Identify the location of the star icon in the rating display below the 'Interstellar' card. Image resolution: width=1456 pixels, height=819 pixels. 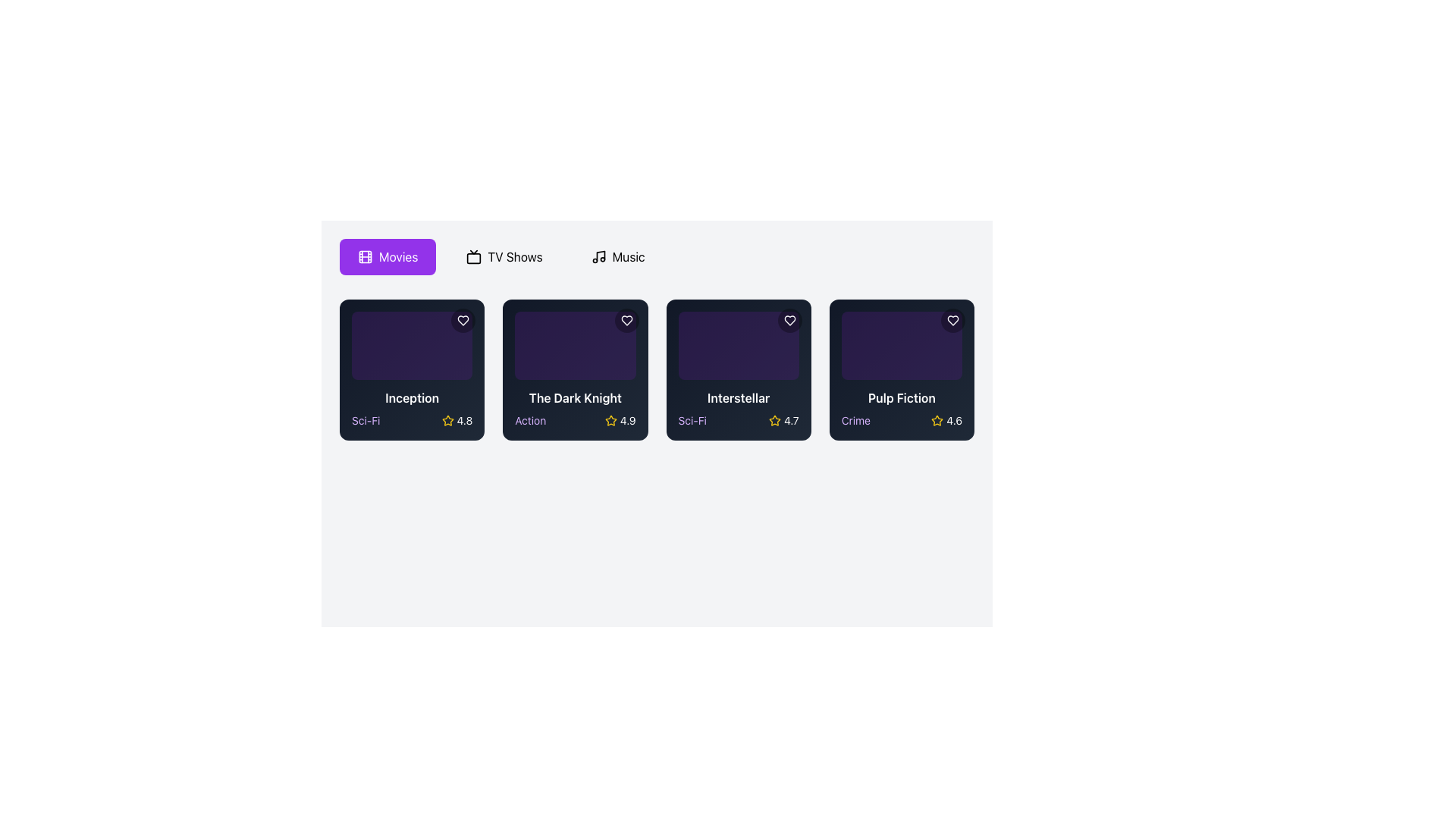
(775, 420).